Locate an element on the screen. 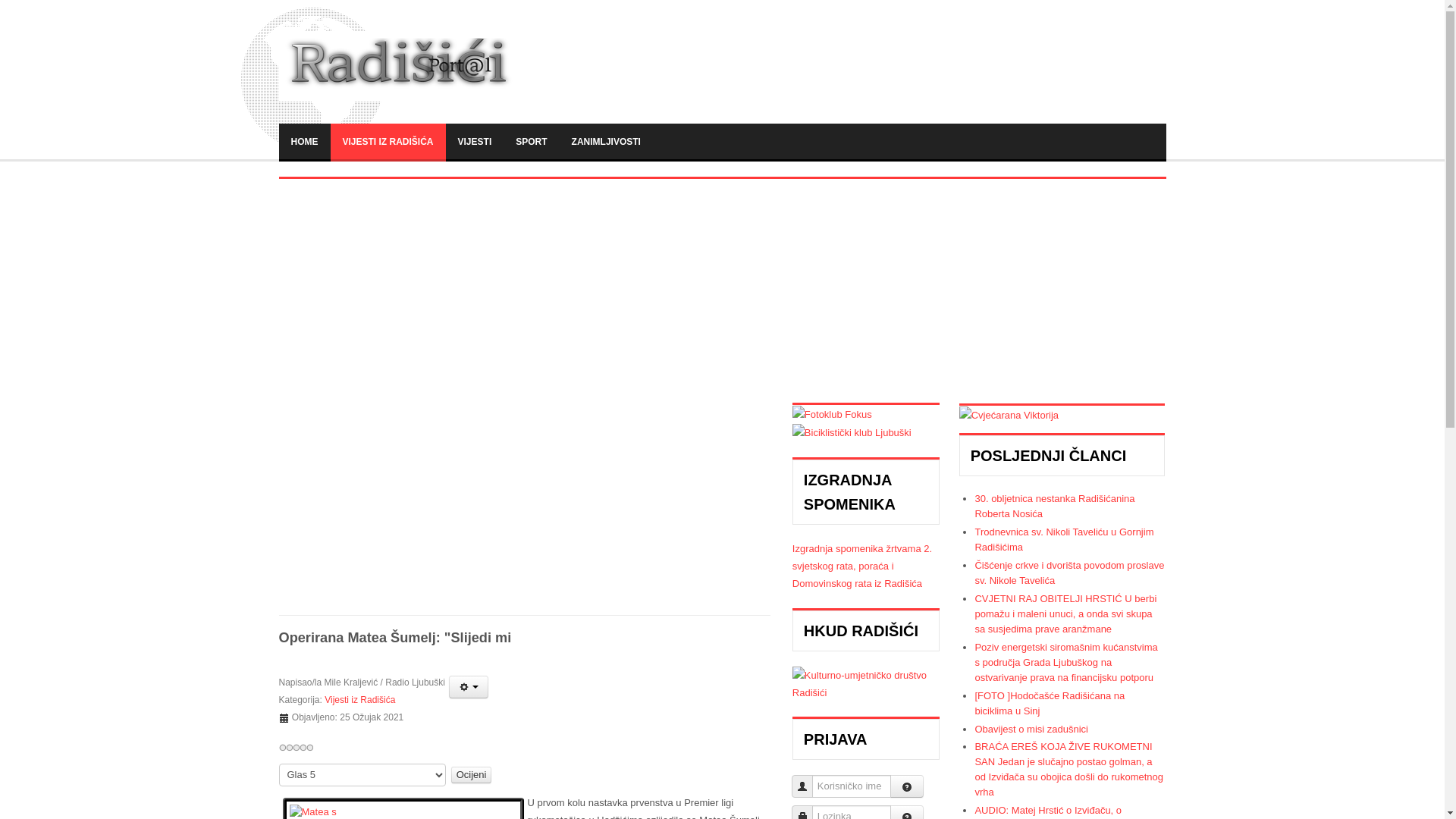 This screenshot has height=819, width=1456. 'ZANIMLJIVOSTI' is located at coordinates (605, 141).